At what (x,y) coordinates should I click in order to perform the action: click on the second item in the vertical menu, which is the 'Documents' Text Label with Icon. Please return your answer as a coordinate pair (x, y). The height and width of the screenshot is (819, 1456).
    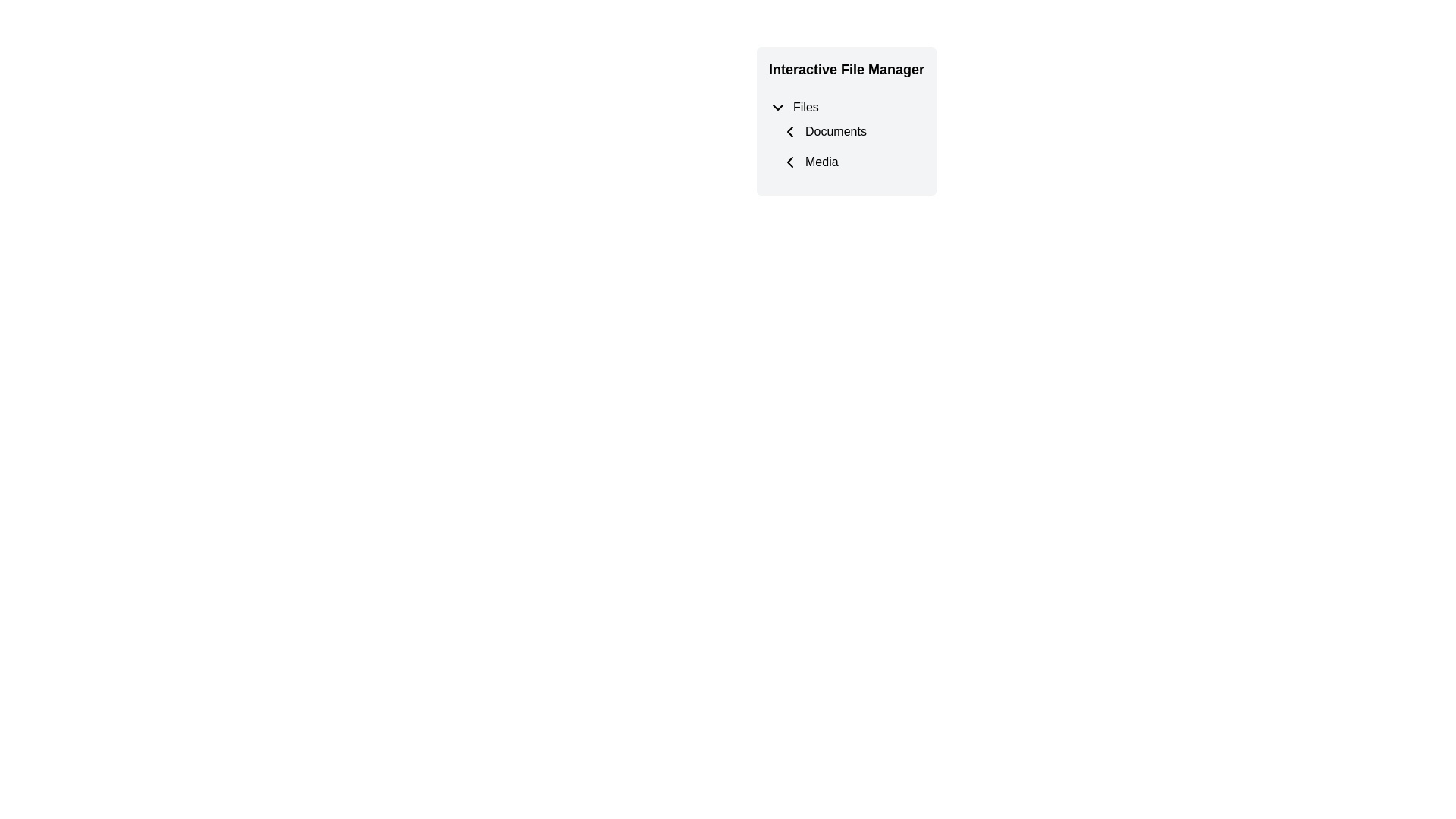
    Looking at the image, I should click on (846, 130).